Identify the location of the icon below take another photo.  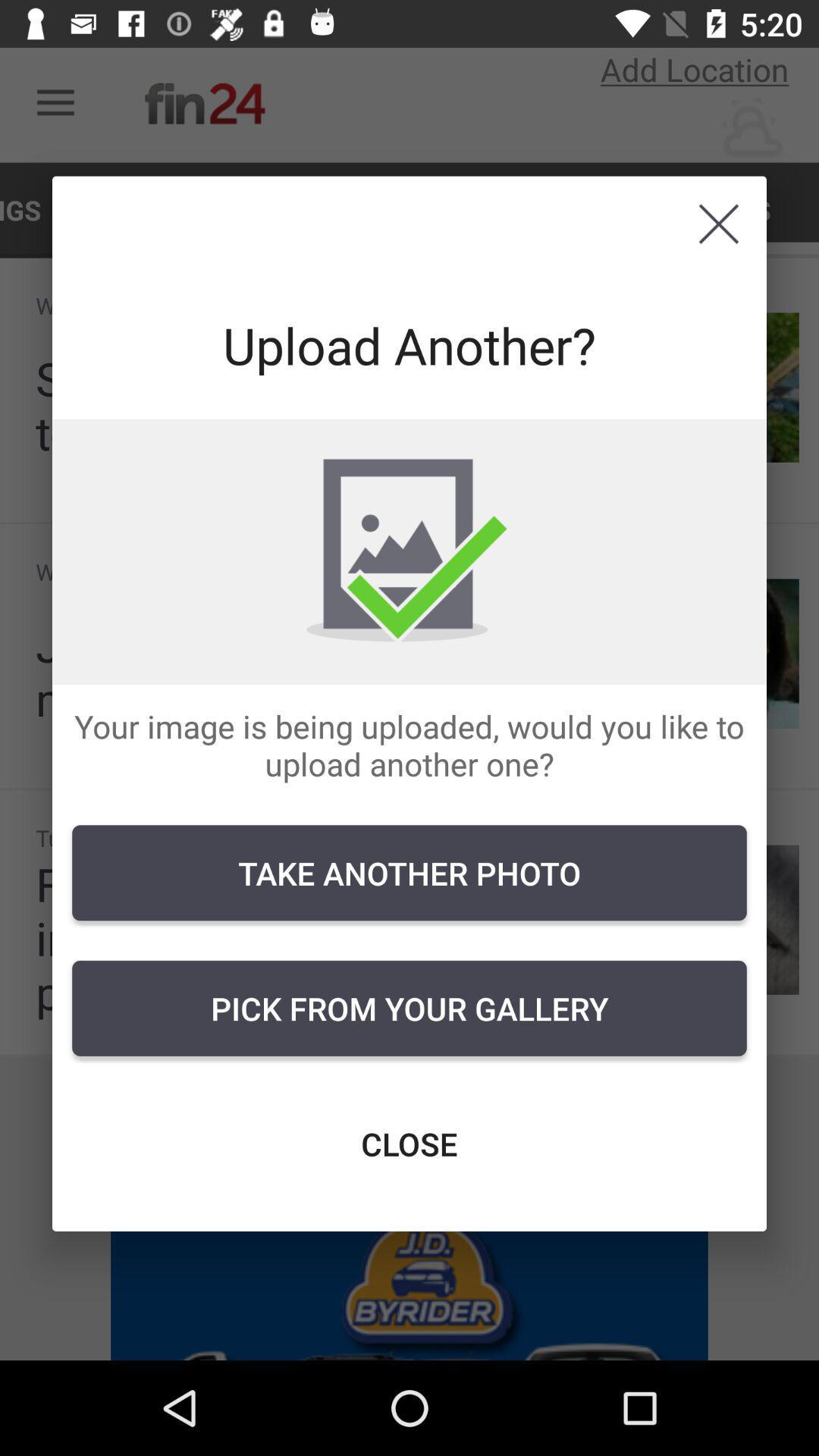
(409, 1008).